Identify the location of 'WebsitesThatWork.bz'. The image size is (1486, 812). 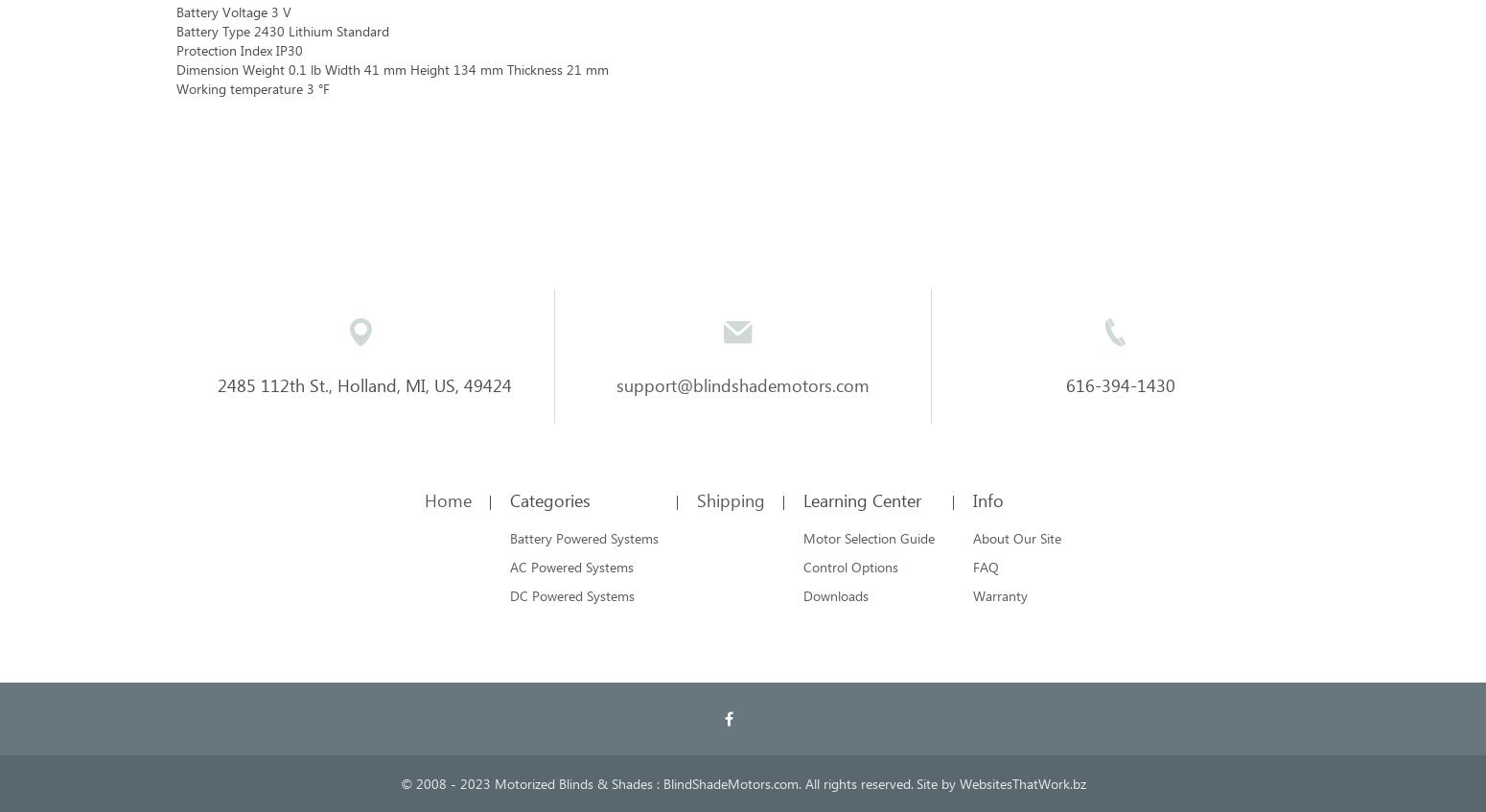
(958, 783).